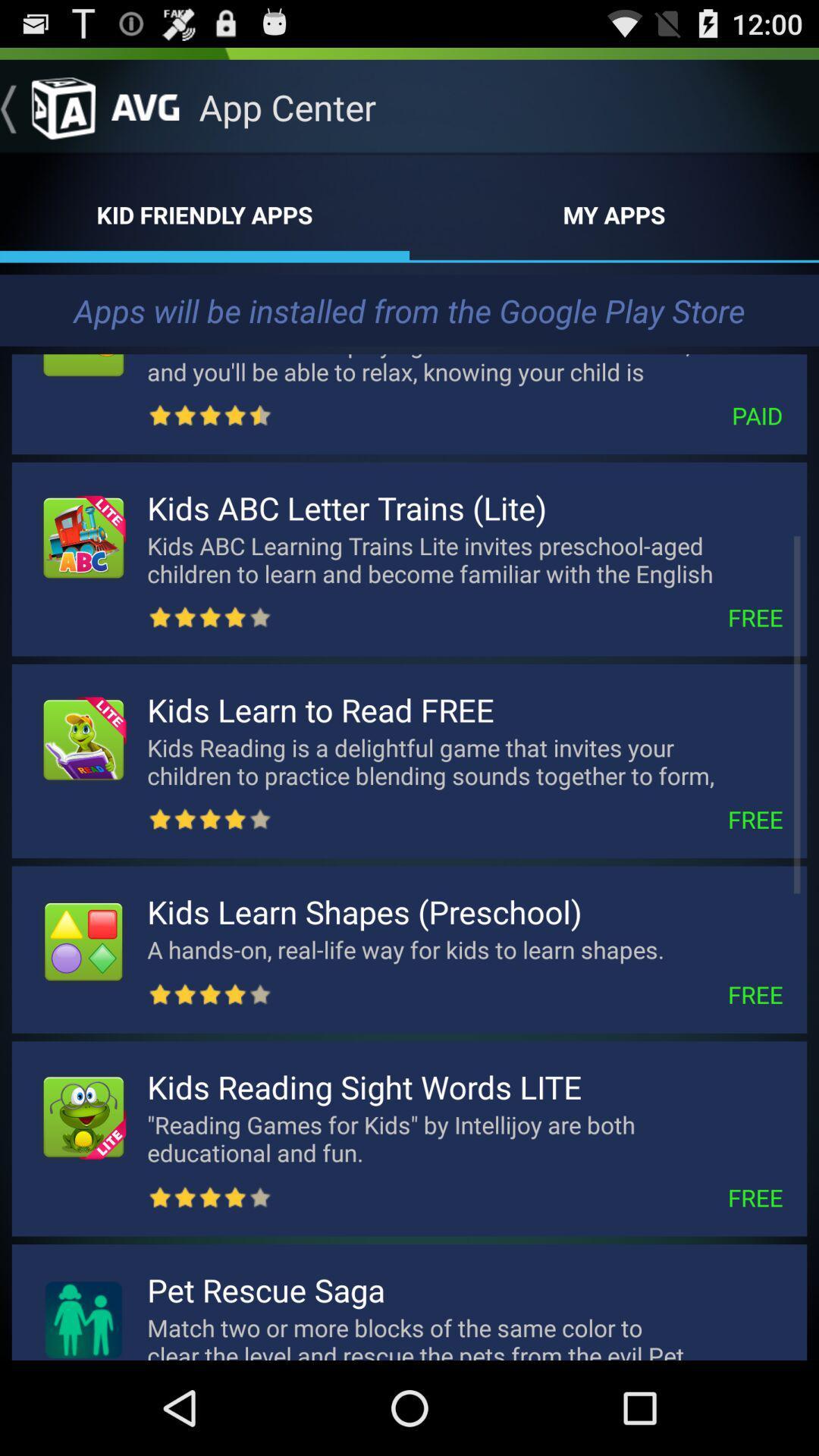 The width and height of the screenshot is (819, 1456). I want to click on the item above the kid friendly apps app, so click(46, 106).